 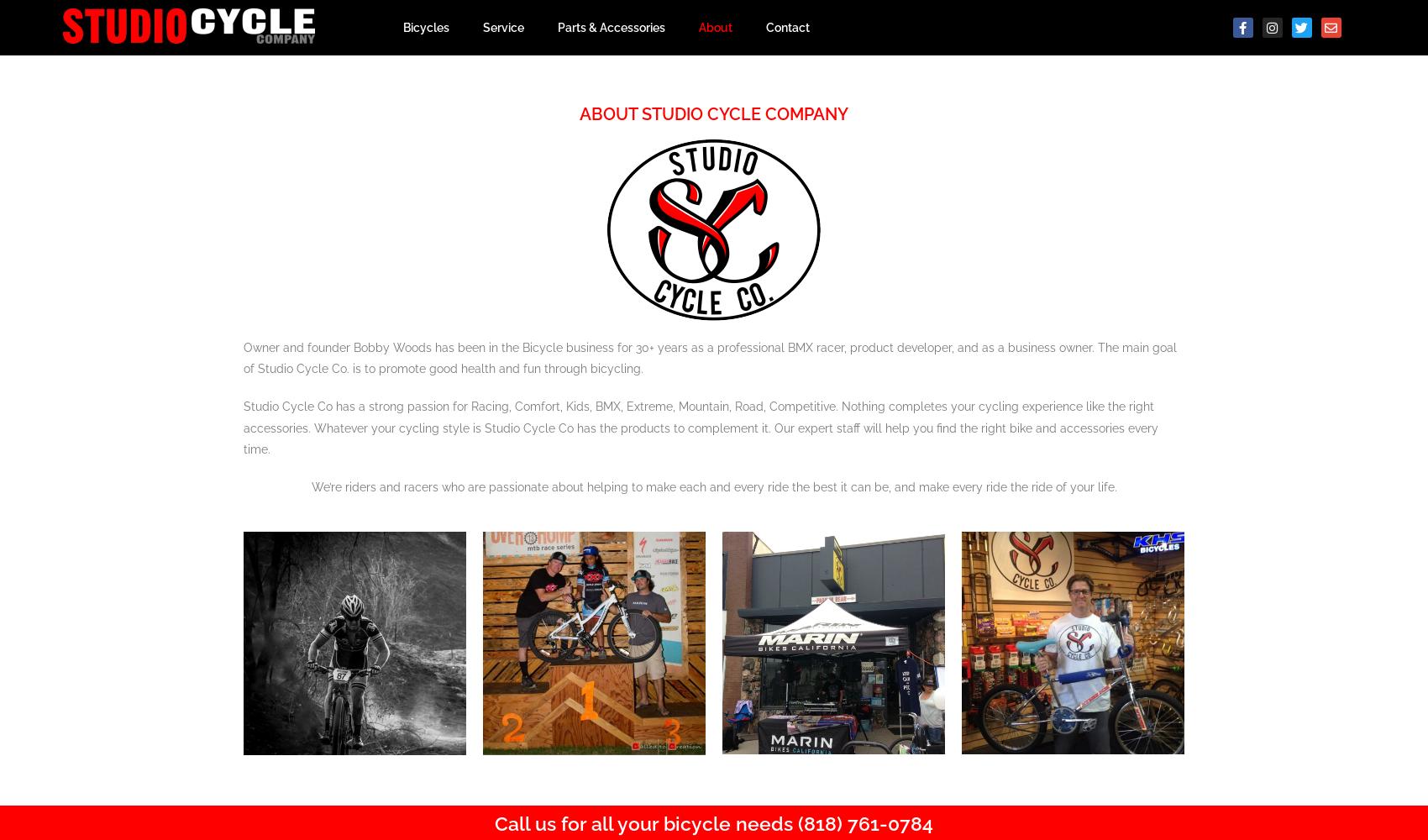 I want to click on 'Studio Cycle Co has a strong passion for Racing, Comfort, Kids, BMX, Extreme, Mountain, Road, Competitive. Nothing completes your cycling experience like the right accessories. Whatever your cycling style is Studio Cycle Co has the products to complement it. Our expert staff will help you find the right bike and accessories every time.', so click(x=700, y=428).